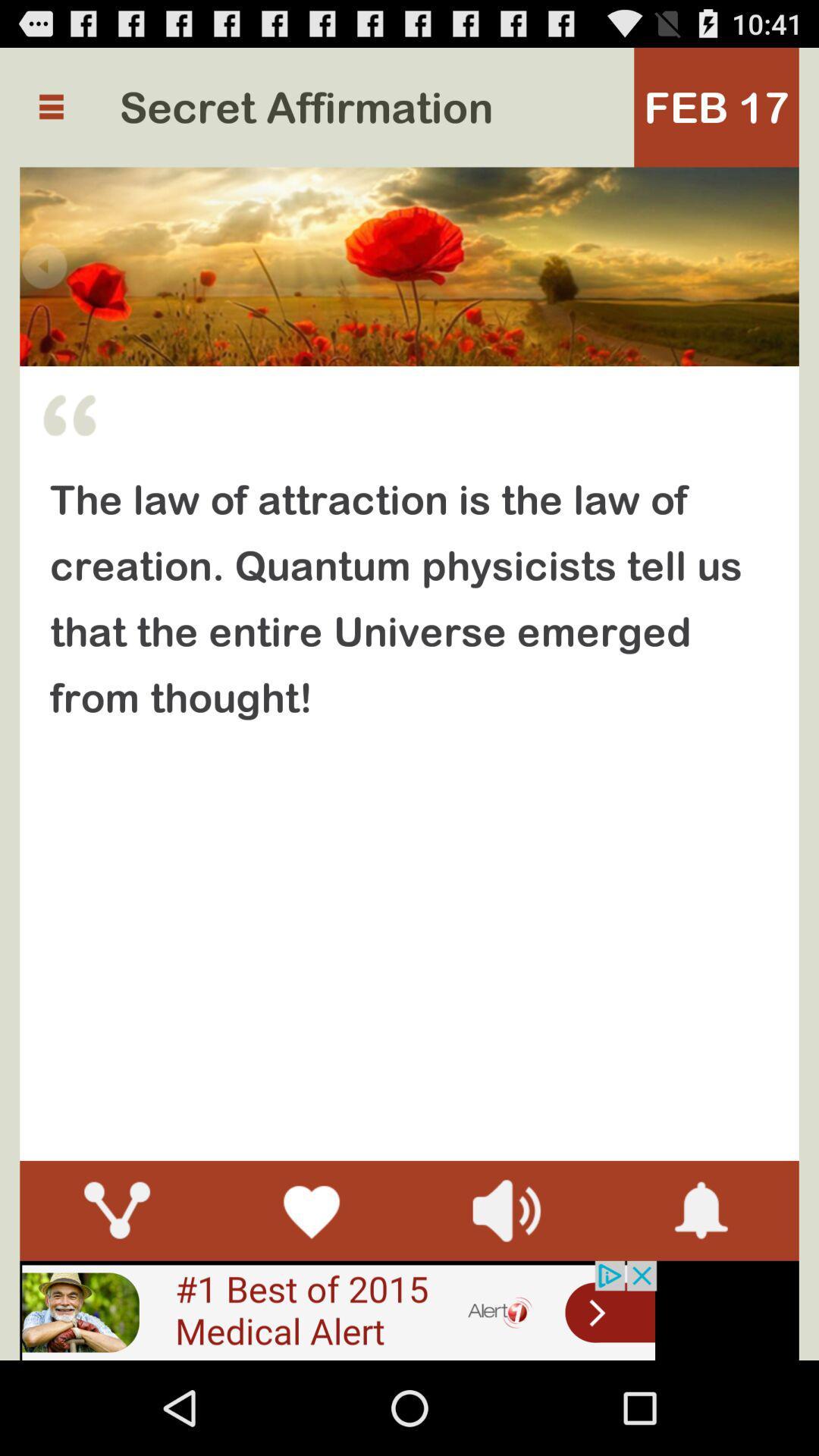 This screenshot has height=1456, width=819. Describe the element at coordinates (50, 114) in the screenshot. I see `the menu icon` at that location.